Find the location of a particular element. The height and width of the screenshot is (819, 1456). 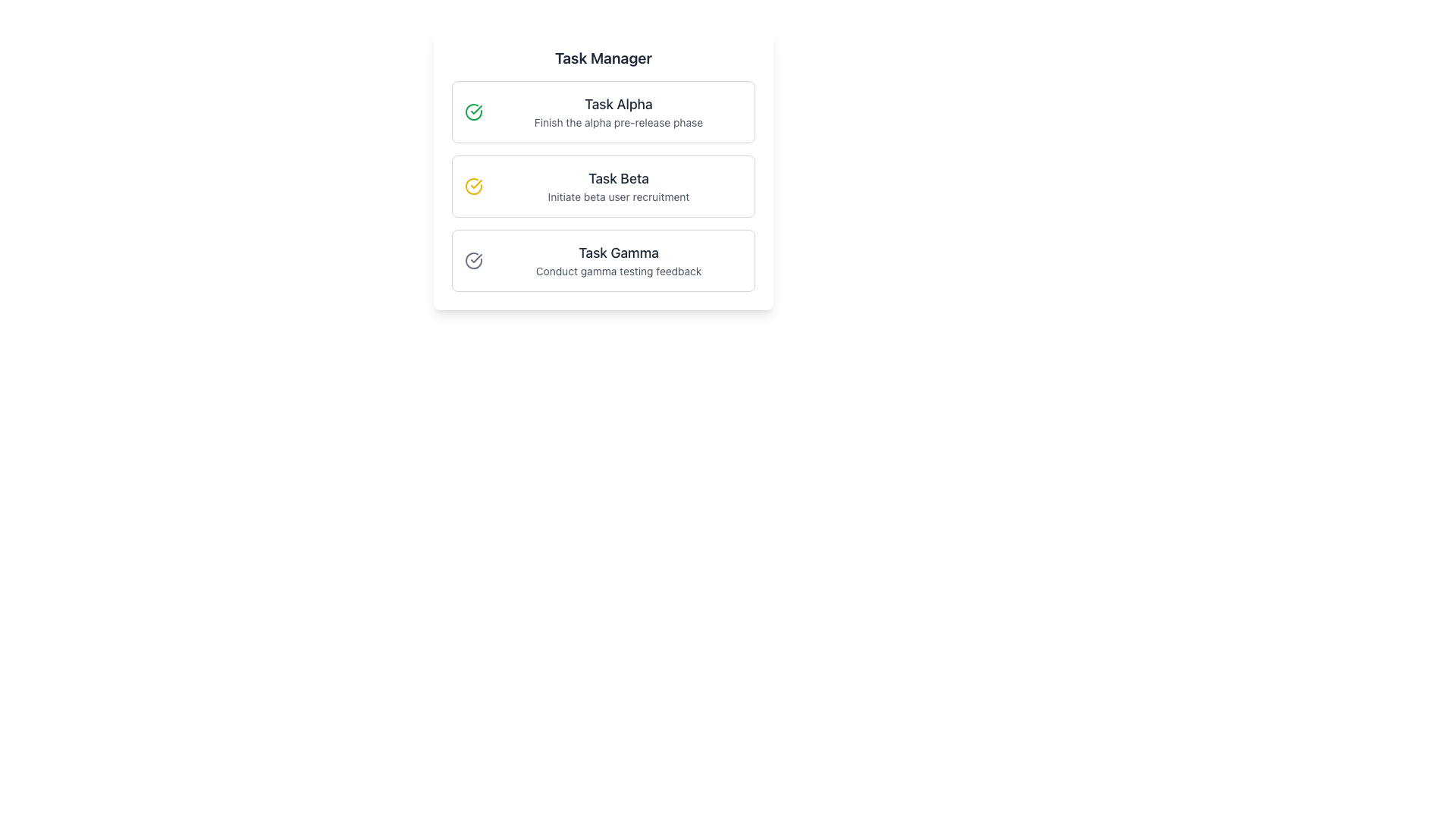

the task details for the task card titled 'Task Gamma', which is the third card in the vertically arranged list under the 'Task Manager' heading is located at coordinates (603, 259).